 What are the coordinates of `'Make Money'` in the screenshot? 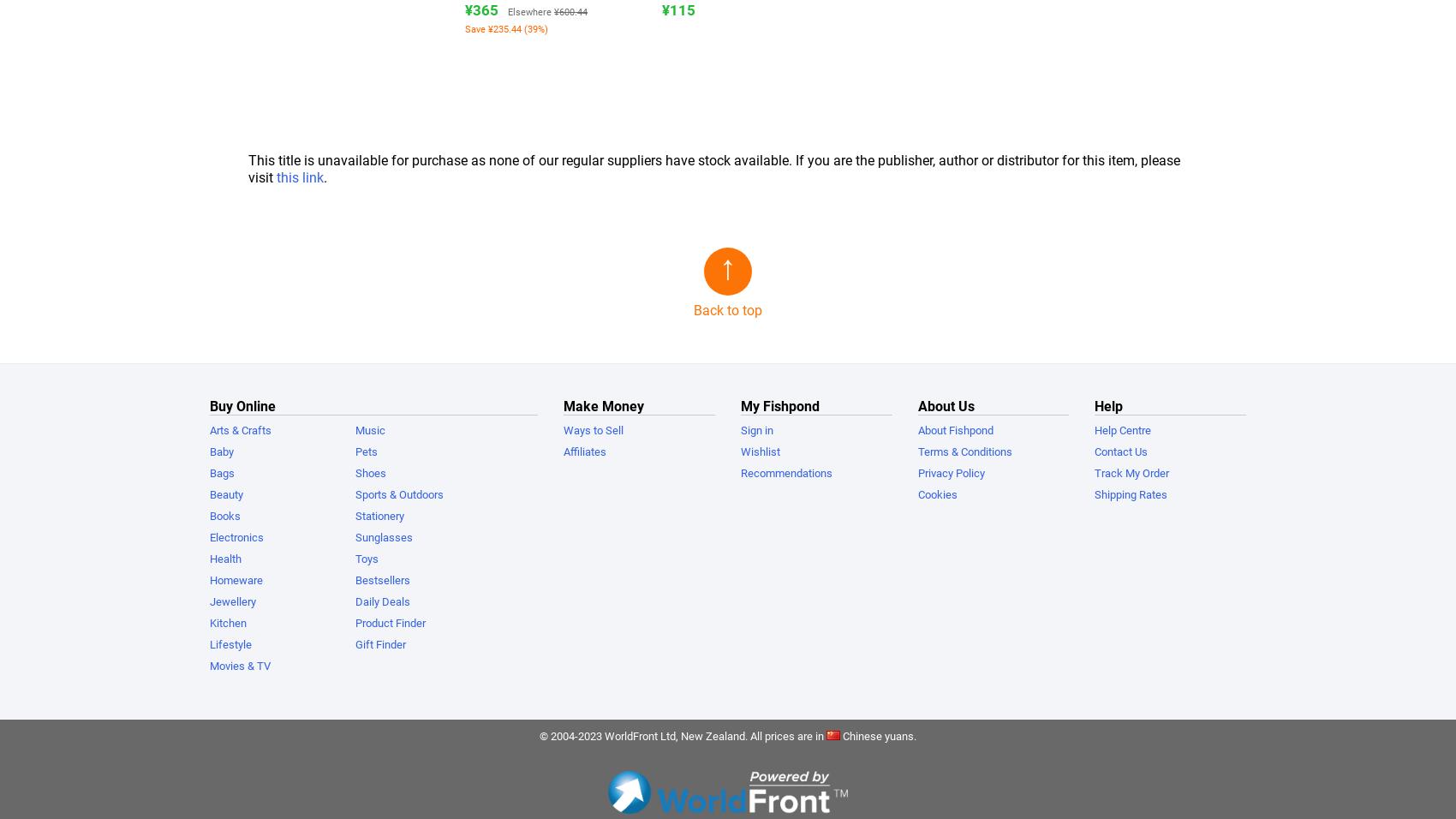 It's located at (603, 406).